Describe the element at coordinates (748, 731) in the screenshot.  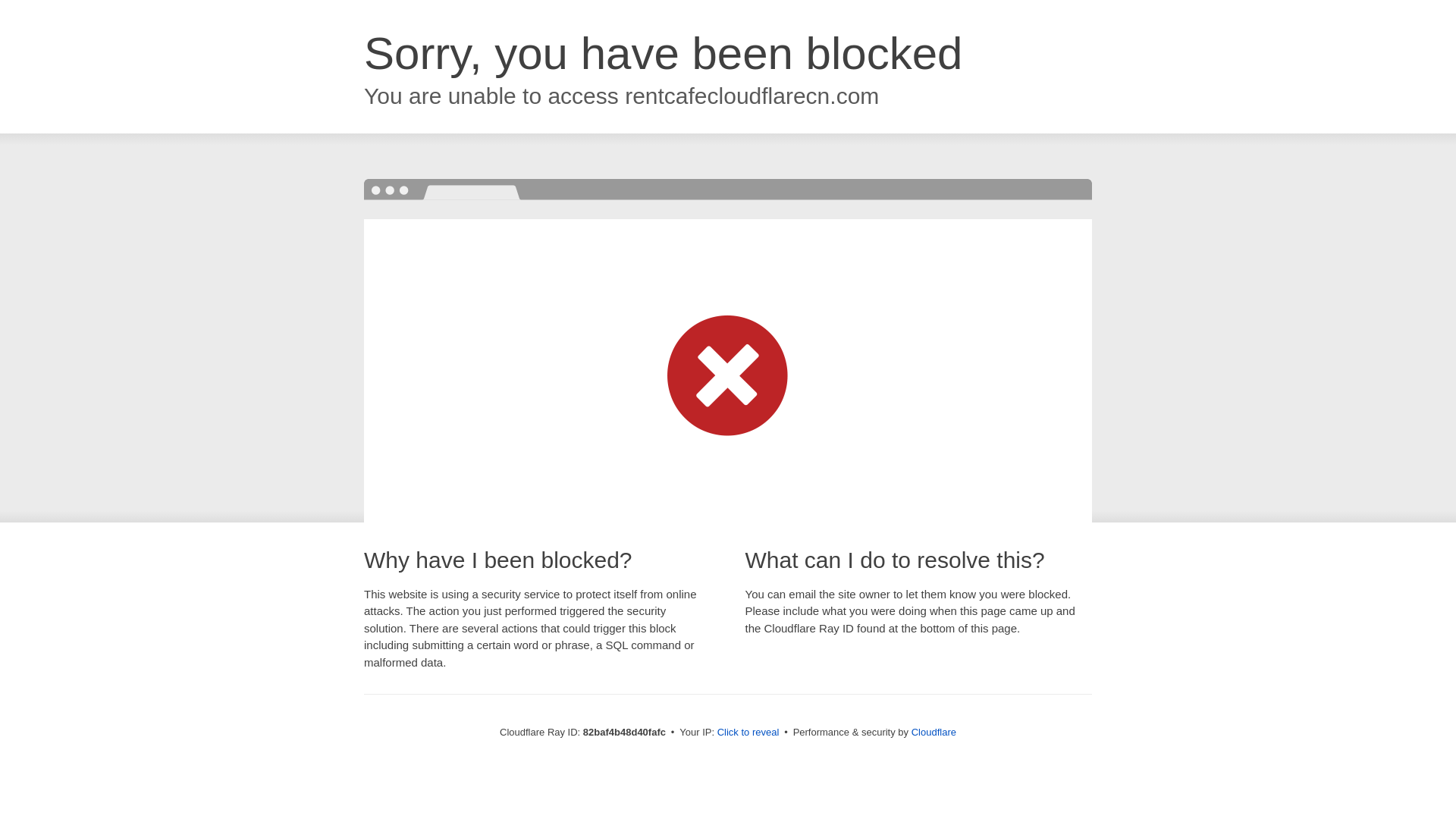
I see `'Click to reveal'` at that location.